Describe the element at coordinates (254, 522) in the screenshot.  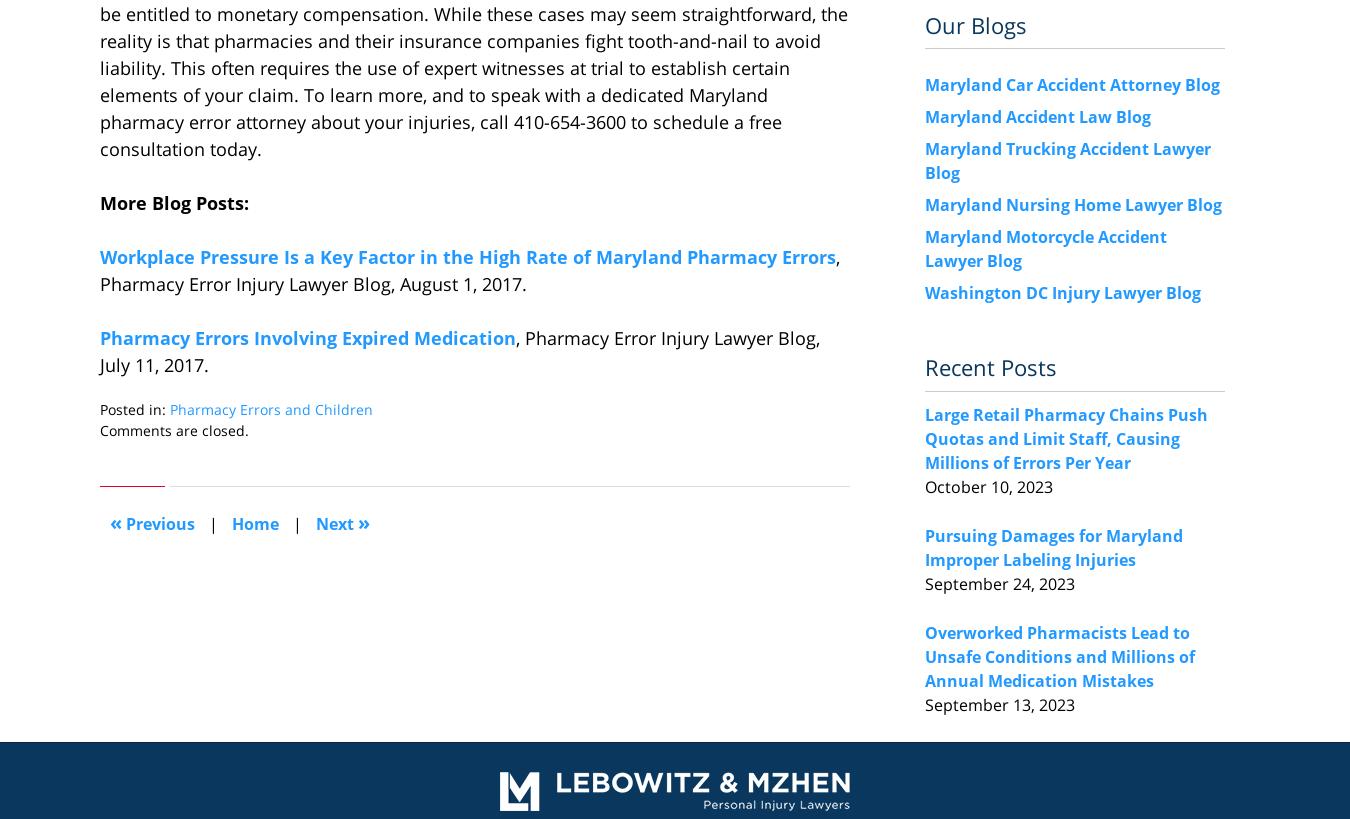
I see `'Home'` at that location.